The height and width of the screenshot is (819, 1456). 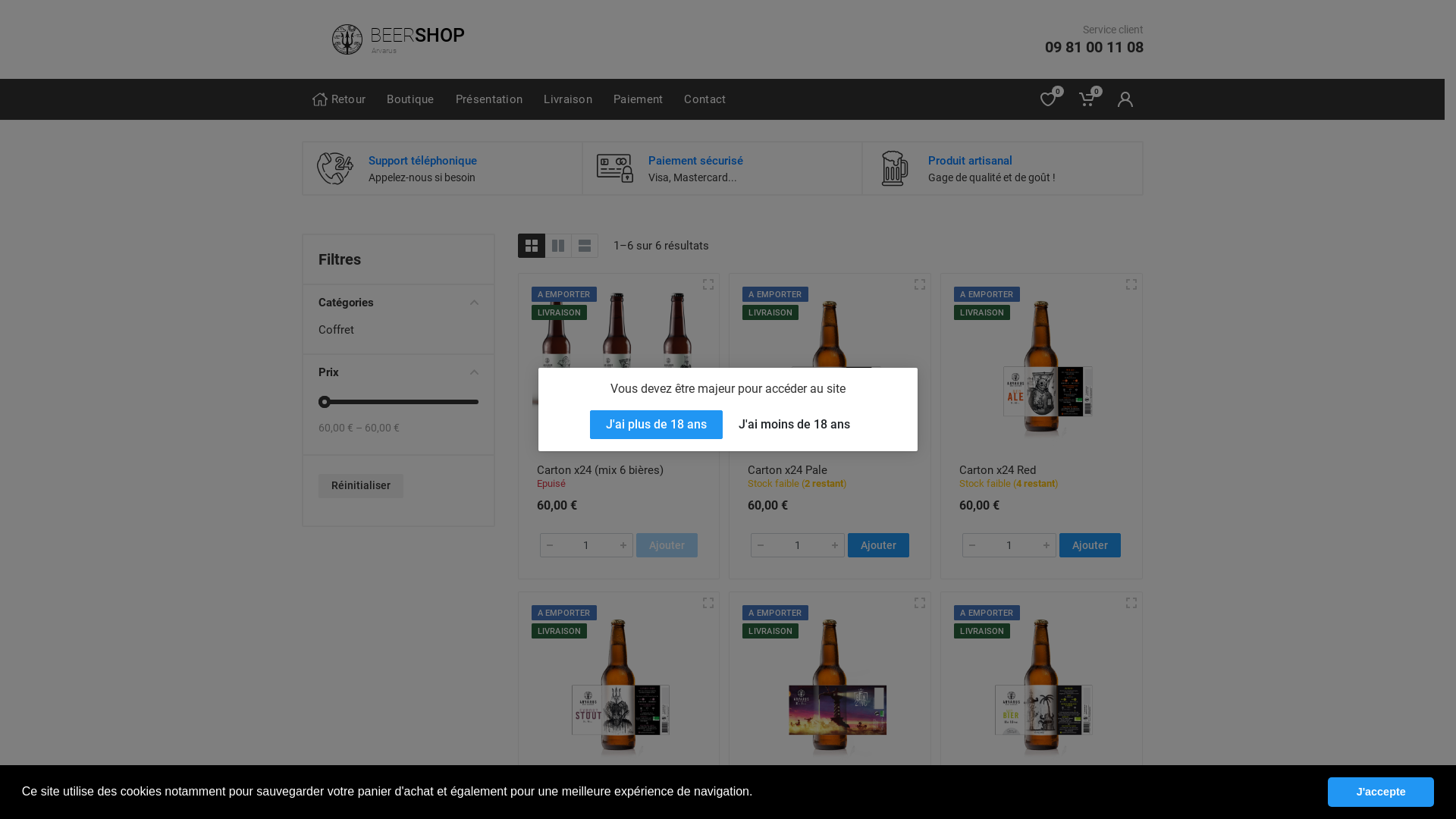 I want to click on 'Boutique', so click(x=375, y=99).